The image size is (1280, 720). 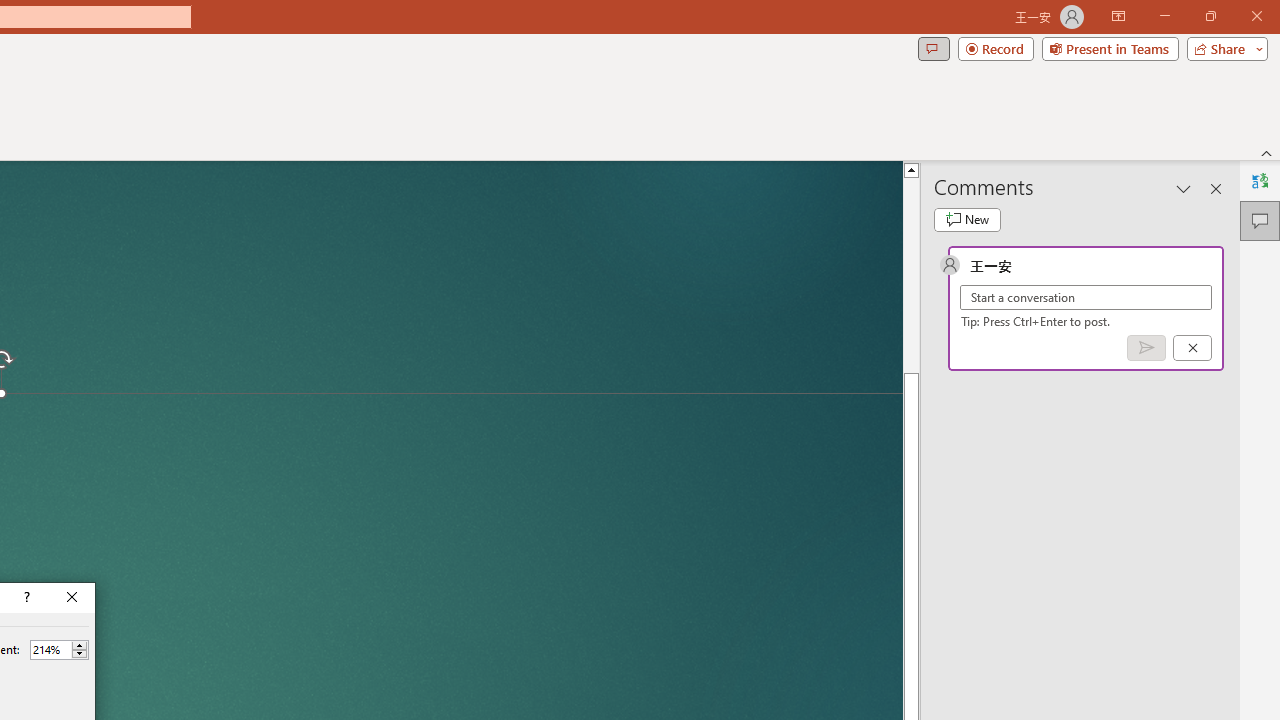 What do you see at coordinates (25, 596) in the screenshot?
I see `'Context help'` at bounding box center [25, 596].